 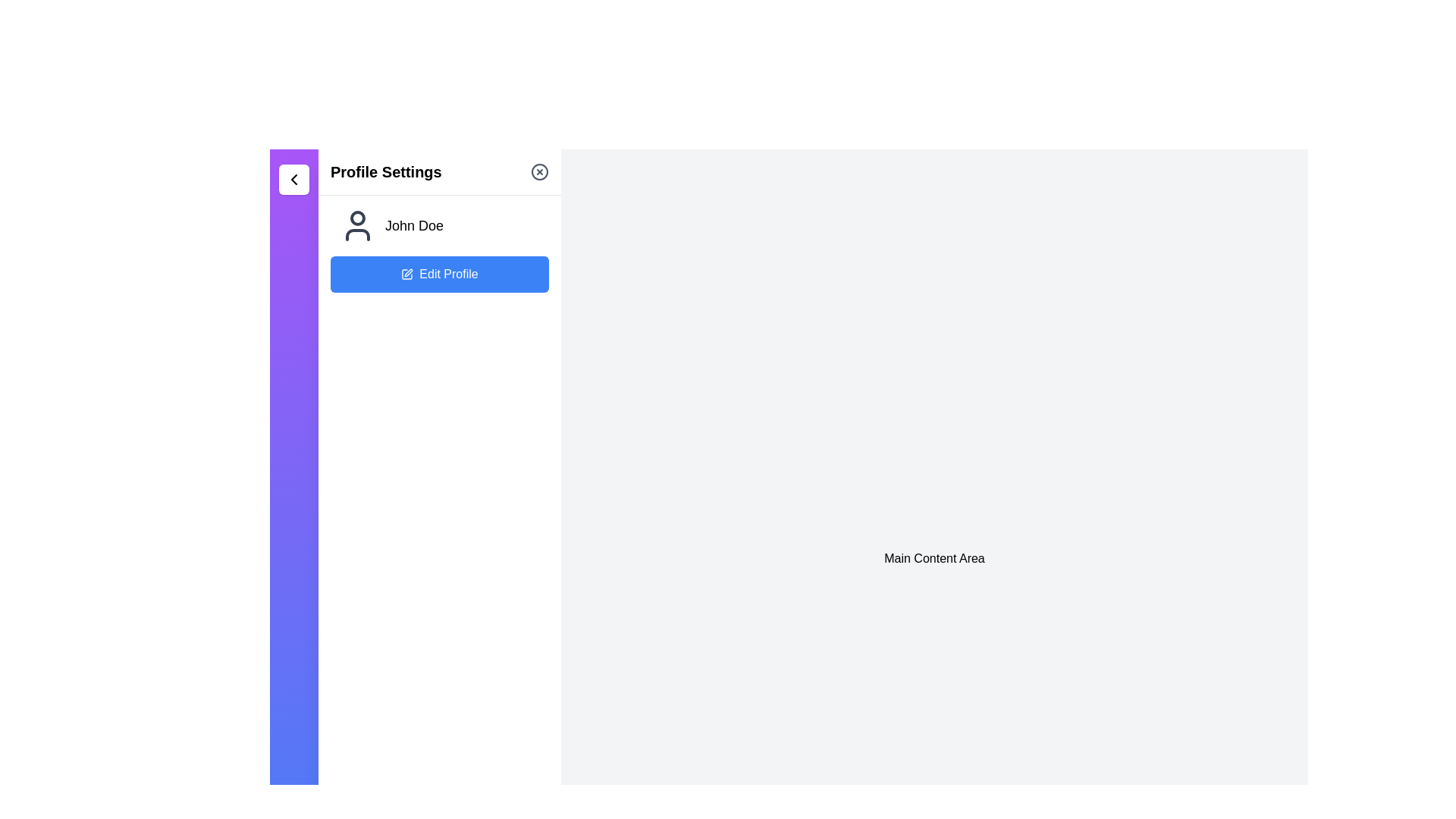 I want to click on the edit icon located to the left of the 'Edit Profile' button below the user name 'John Doe', so click(x=407, y=275).